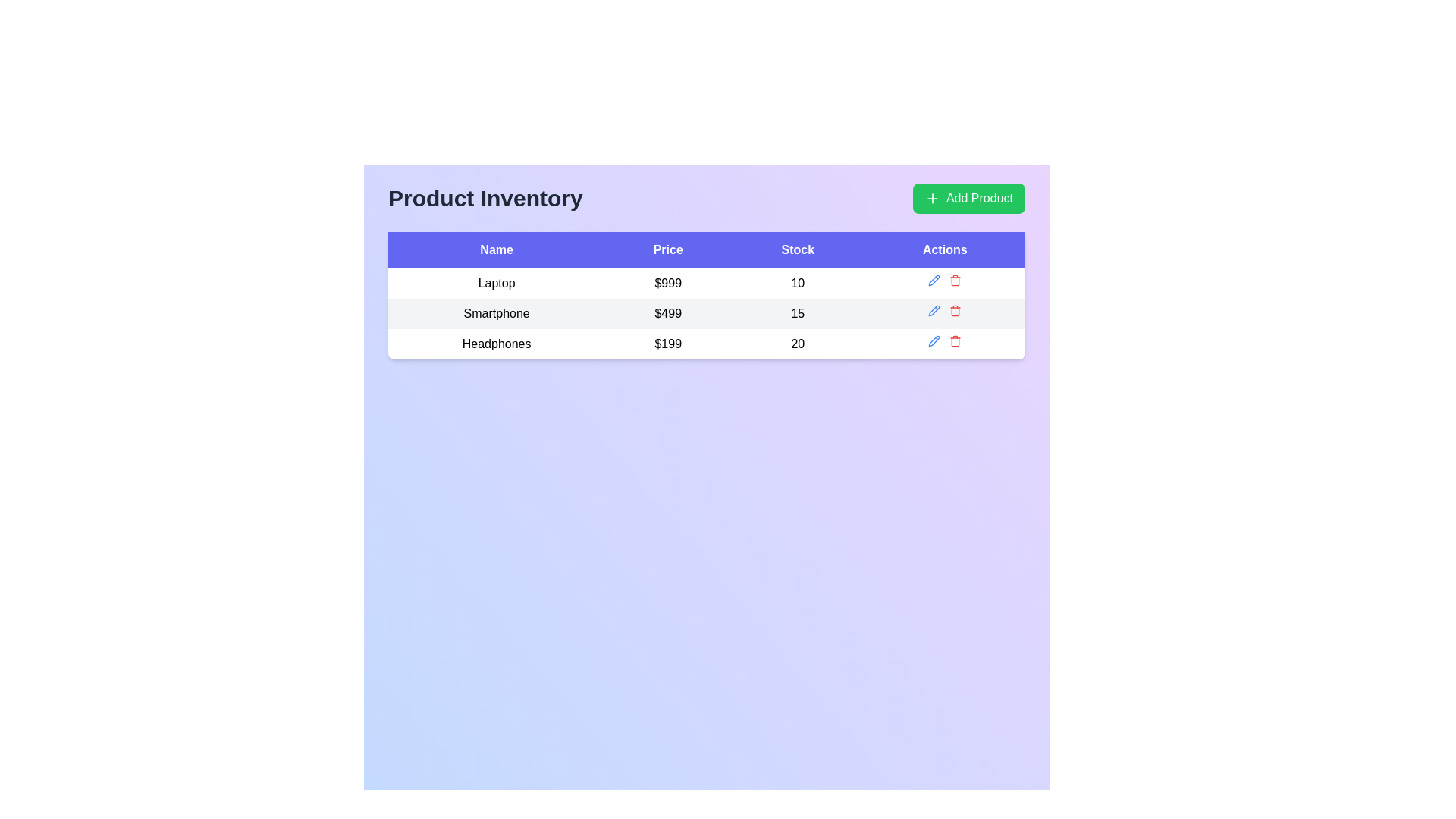 This screenshot has height=819, width=1456. What do you see at coordinates (667, 312) in the screenshot?
I see `the Text Display showing the price '$499' in black font on a light gray background, located in the second row under the 'Price' column, next to 'Smartphone'` at bounding box center [667, 312].